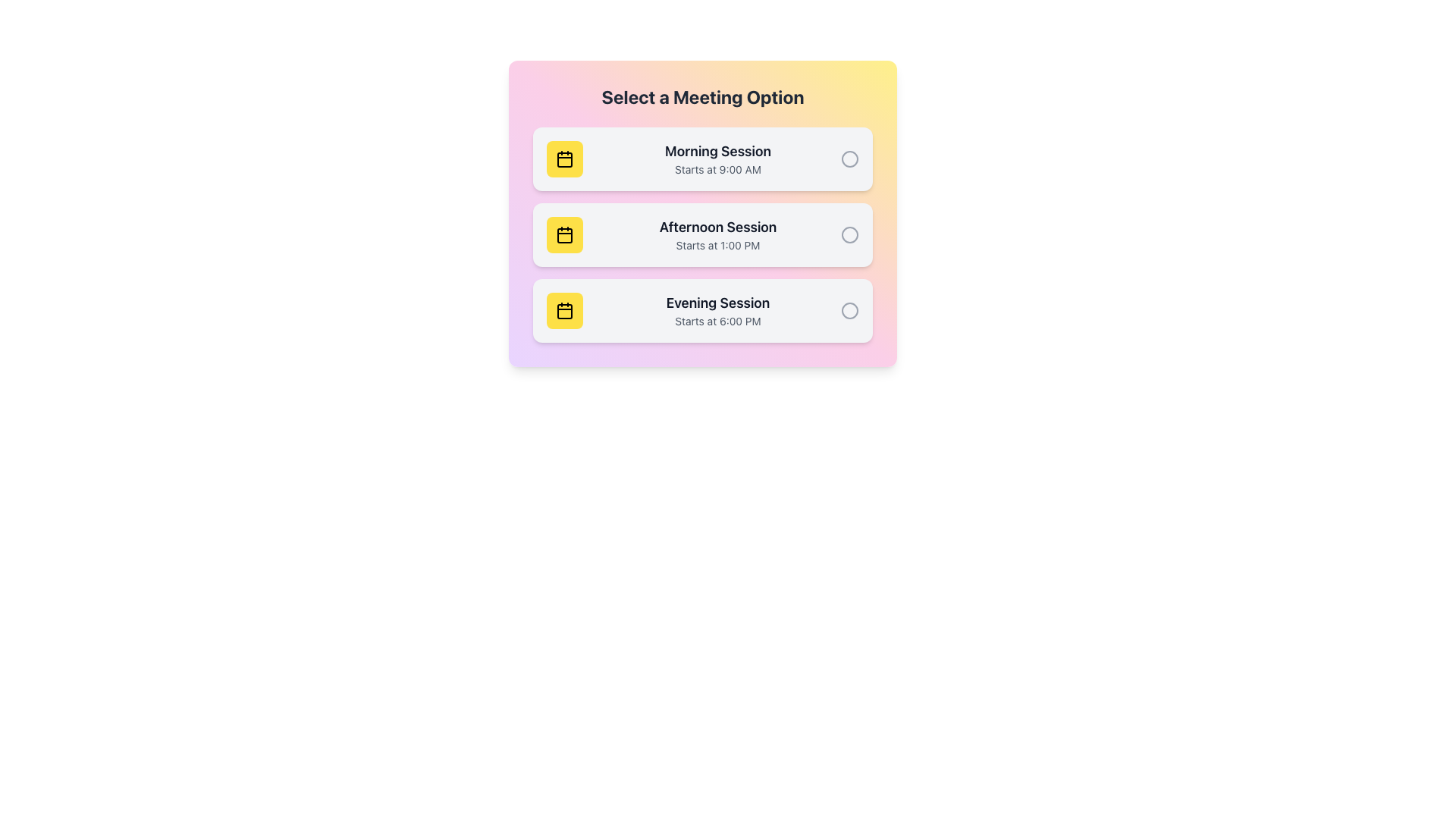 The width and height of the screenshot is (1456, 819). I want to click on 'Morning Session' text label, which is positioned centrally above the caption 'Starts at 9:00 AM' in the user interface, so click(717, 152).